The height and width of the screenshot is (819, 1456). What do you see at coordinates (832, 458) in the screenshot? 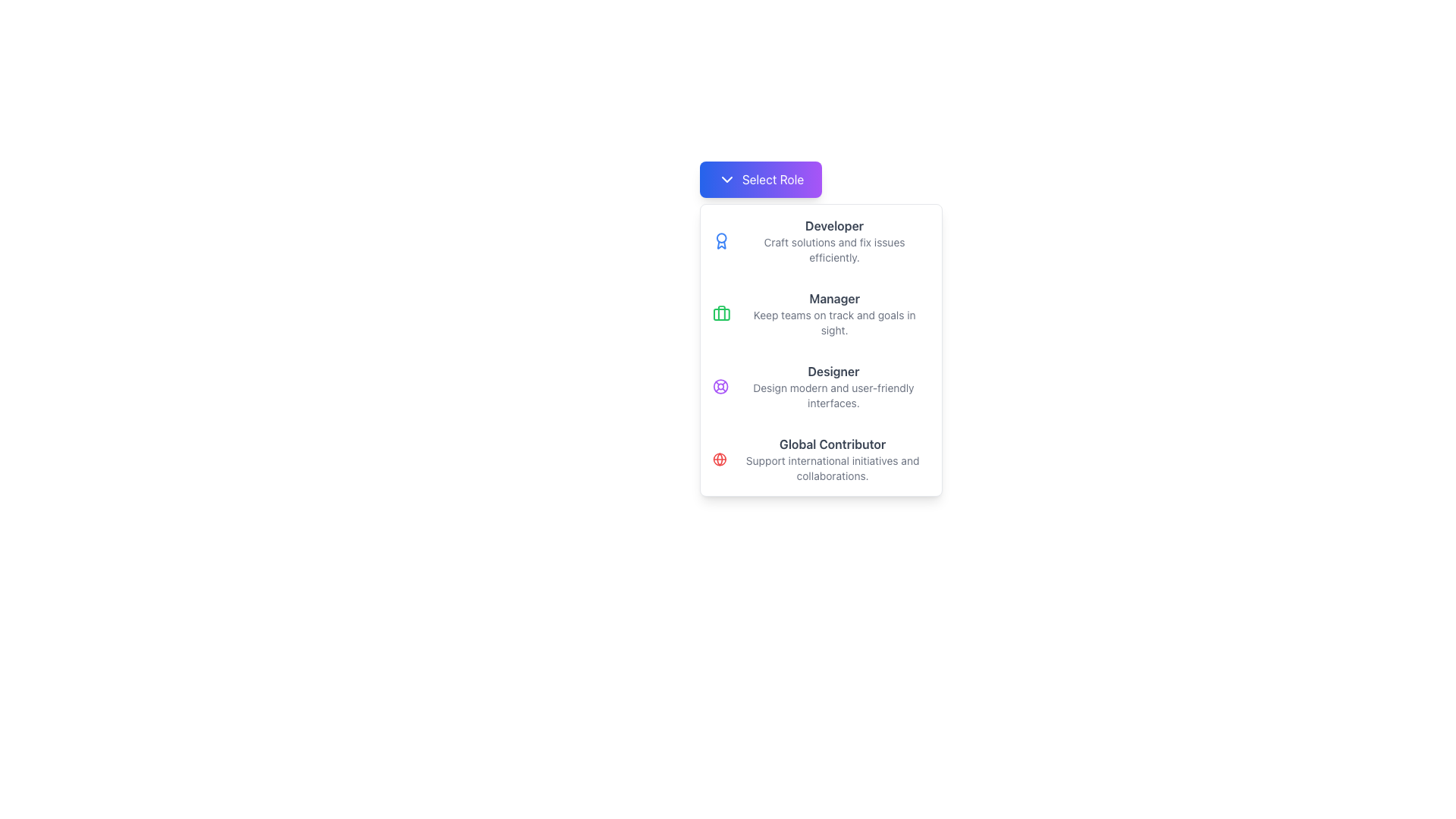
I see `text content of the 'Global Contributor' role label, which is the fourth option in the role list, located beneath the 'Designer' option and accompanied by a globe icon` at bounding box center [832, 458].